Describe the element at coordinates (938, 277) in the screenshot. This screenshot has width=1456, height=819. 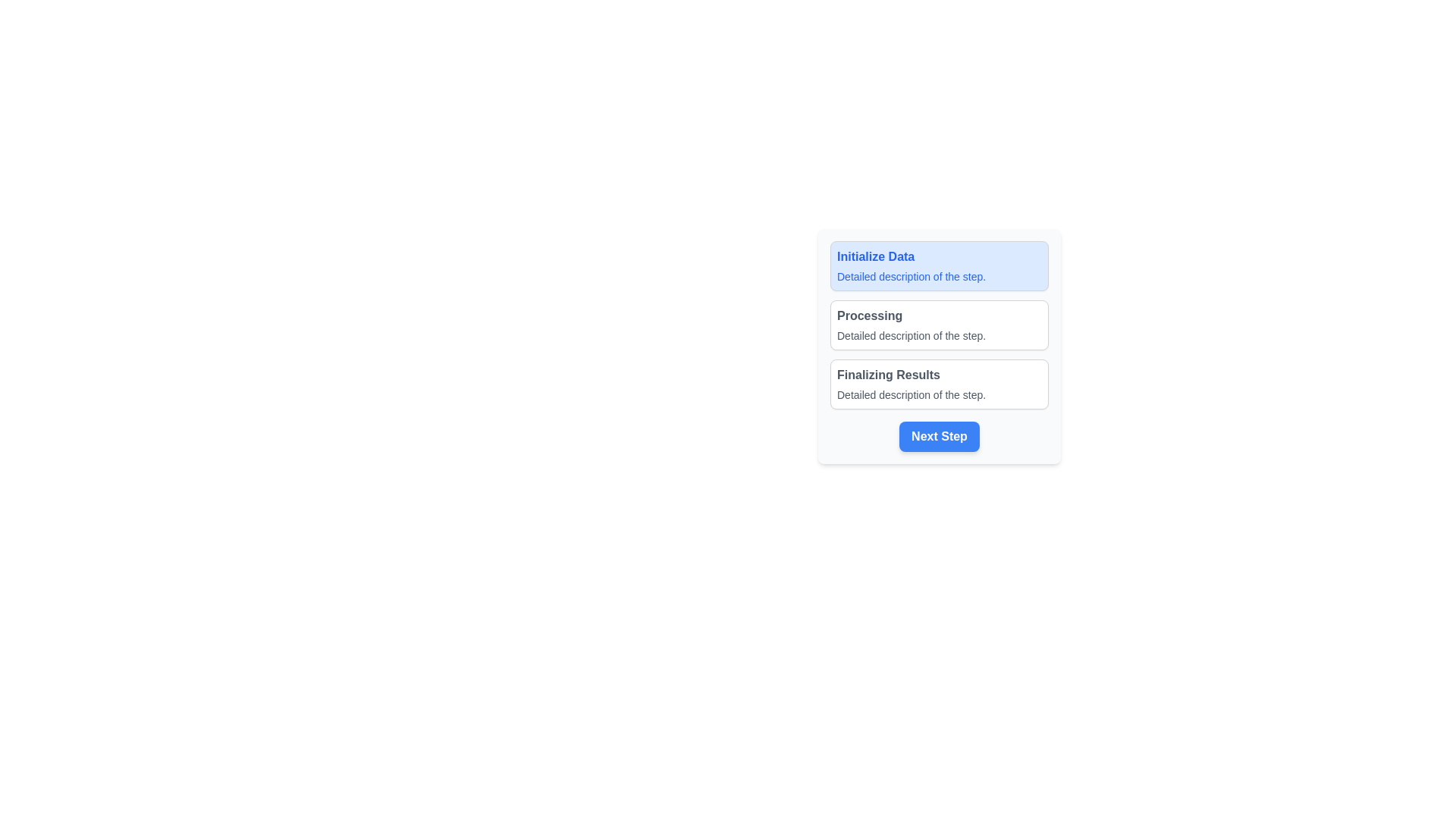
I see `descriptive text element located below the bold title 'Initialize Data' in the UI` at that location.